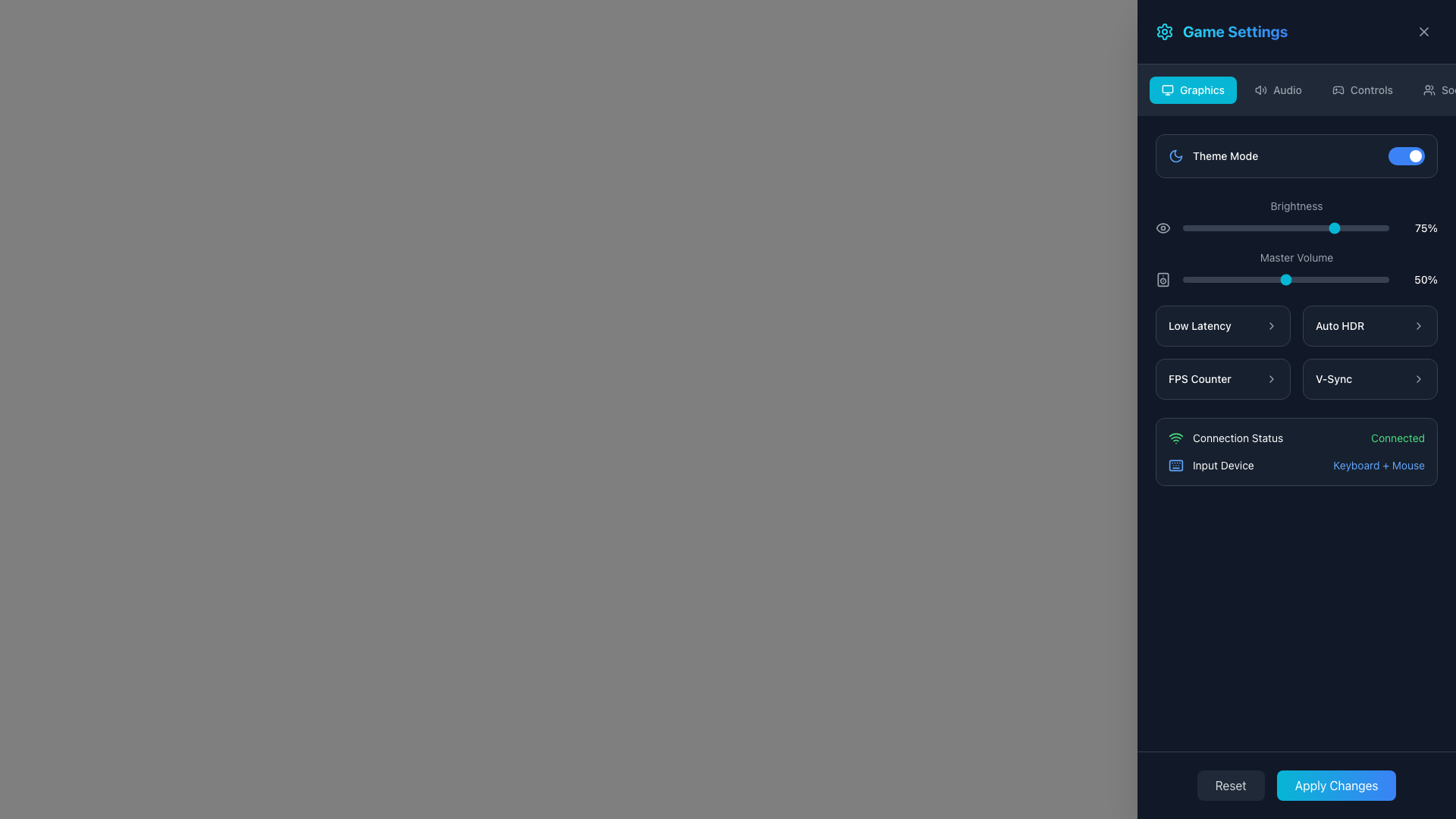 Image resolution: width=1456 pixels, height=819 pixels. Describe the element at coordinates (1322, 280) in the screenshot. I see `the Master Volume` at that location.